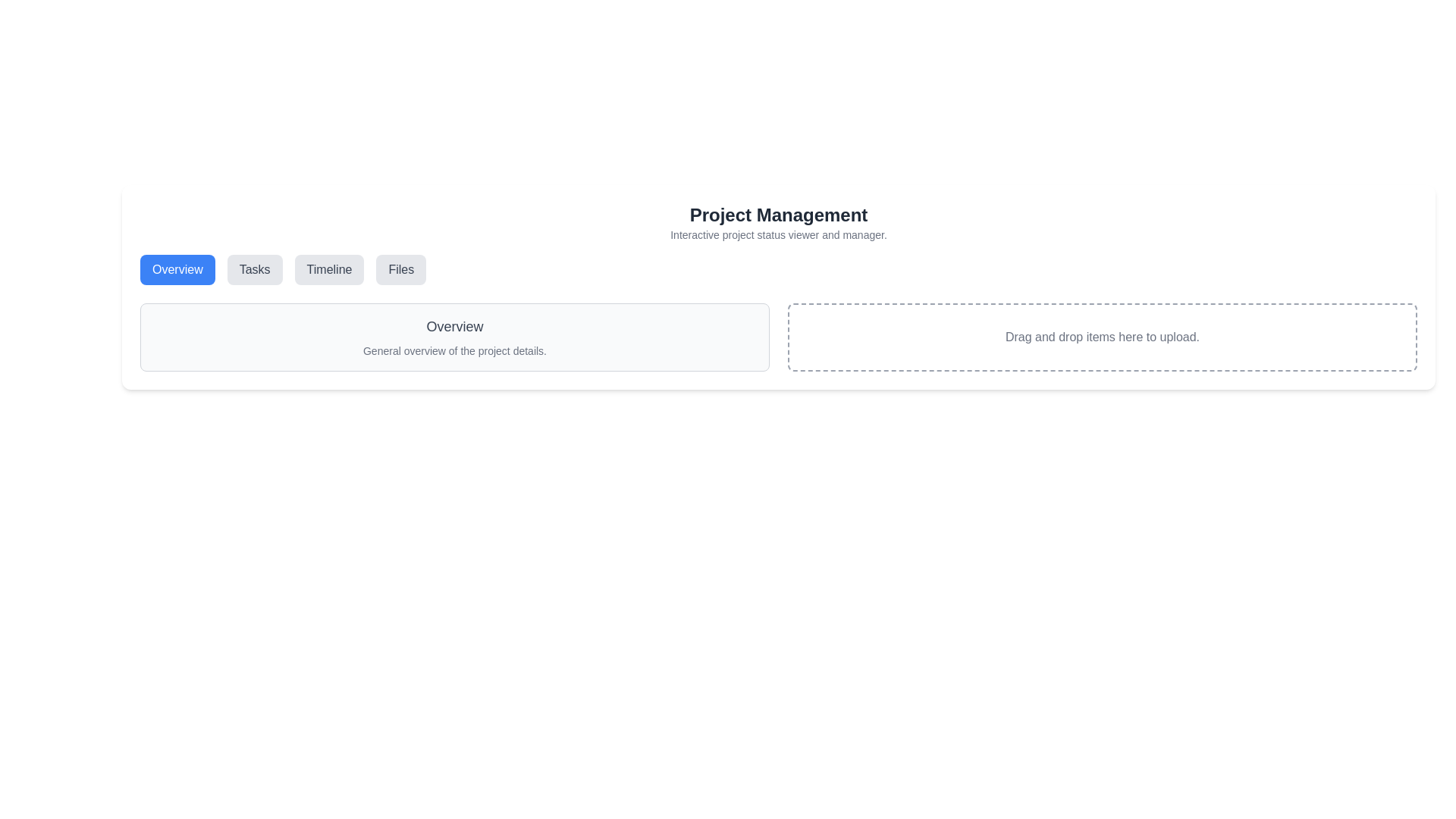 The height and width of the screenshot is (819, 1456). I want to click on the 'Tasks' button, which is the second button from the left, so click(255, 268).